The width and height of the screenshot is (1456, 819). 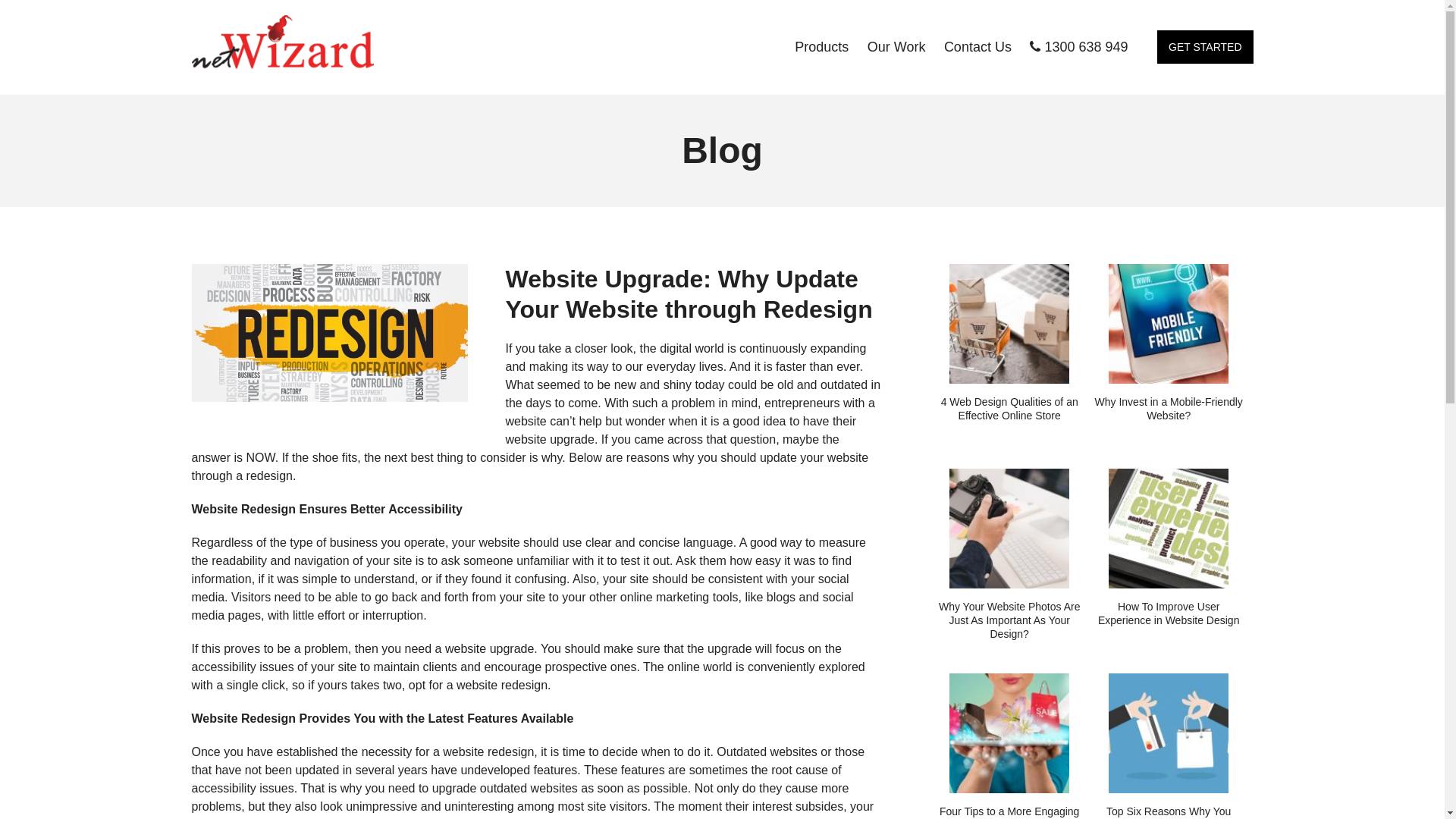 I want to click on 'Products', so click(x=821, y=45).